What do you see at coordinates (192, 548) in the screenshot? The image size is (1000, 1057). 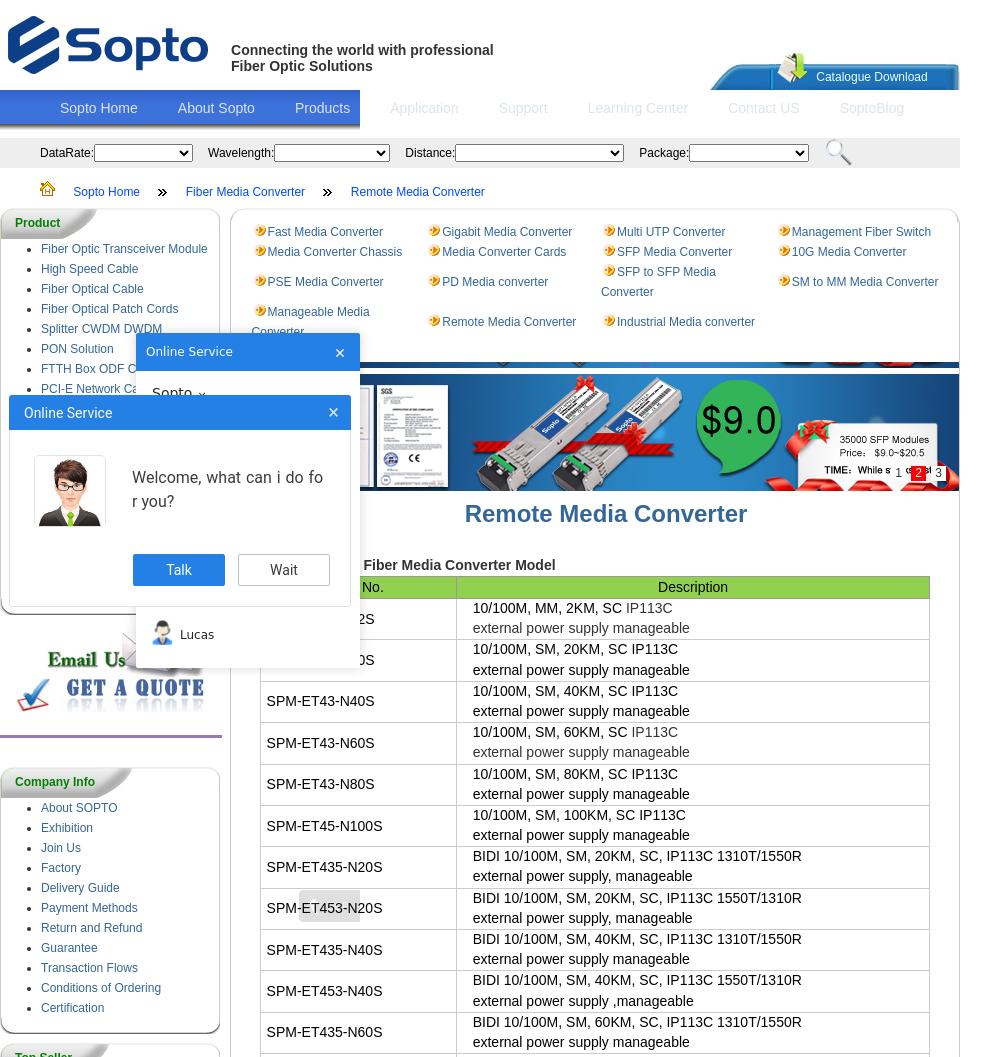 I see `'Sara'` at bounding box center [192, 548].